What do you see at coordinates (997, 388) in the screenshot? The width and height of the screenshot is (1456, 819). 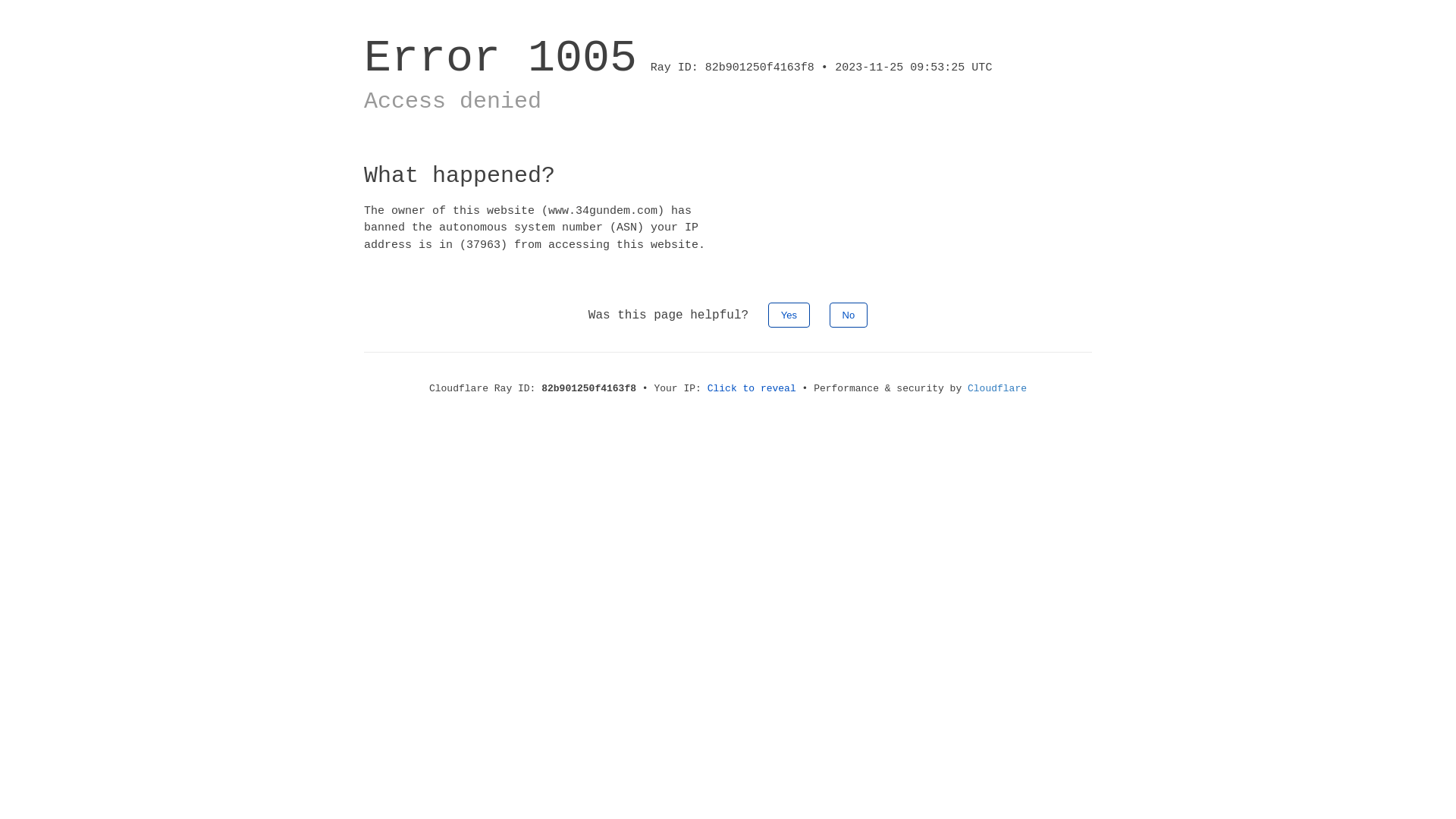 I see `'Cloudflare'` at bounding box center [997, 388].